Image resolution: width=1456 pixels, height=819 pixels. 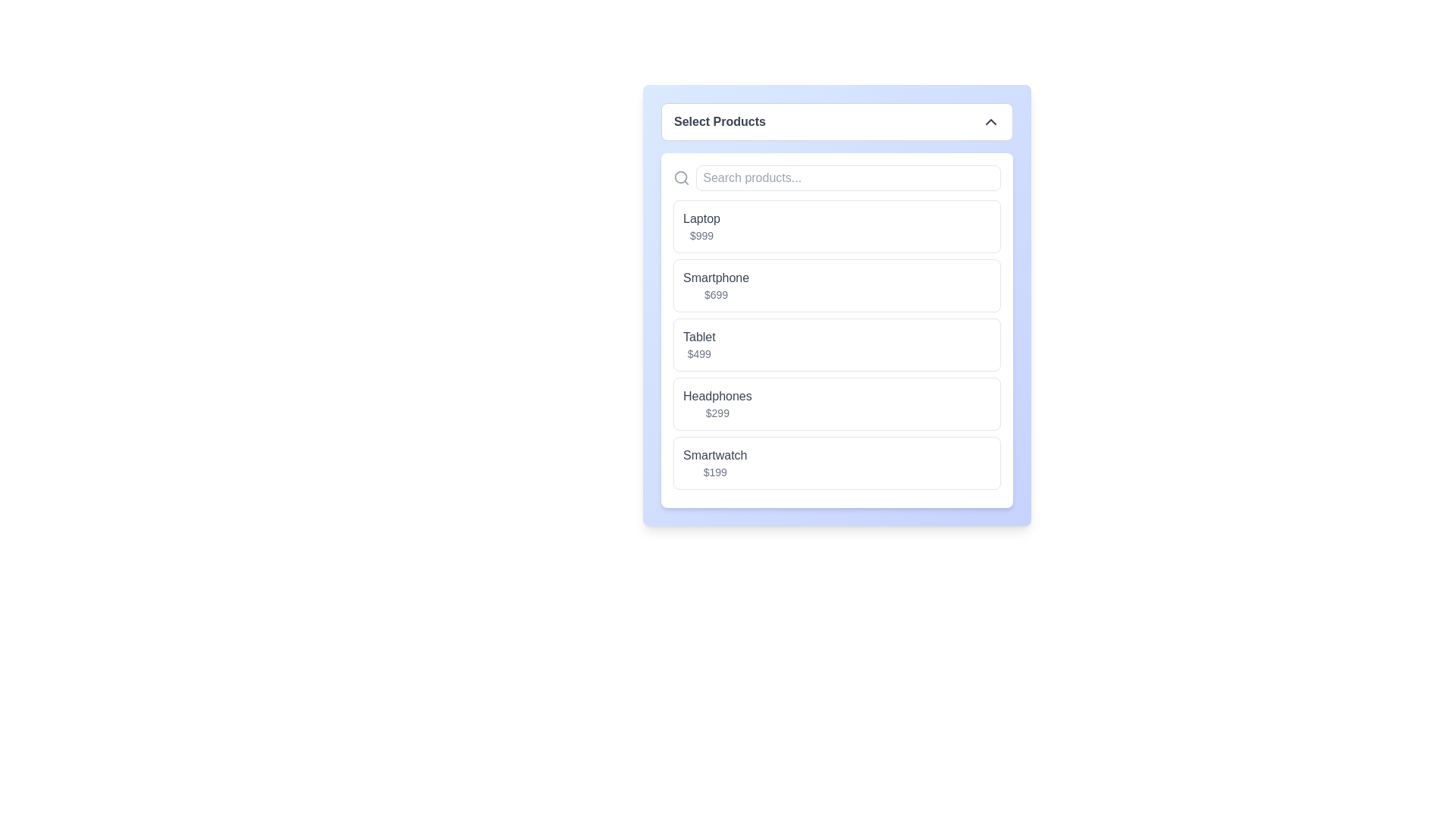 What do you see at coordinates (715, 295) in the screenshot?
I see `the text label displaying the price "$699" located directly under the label "Smartphone"` at bounding box center [715, 295].